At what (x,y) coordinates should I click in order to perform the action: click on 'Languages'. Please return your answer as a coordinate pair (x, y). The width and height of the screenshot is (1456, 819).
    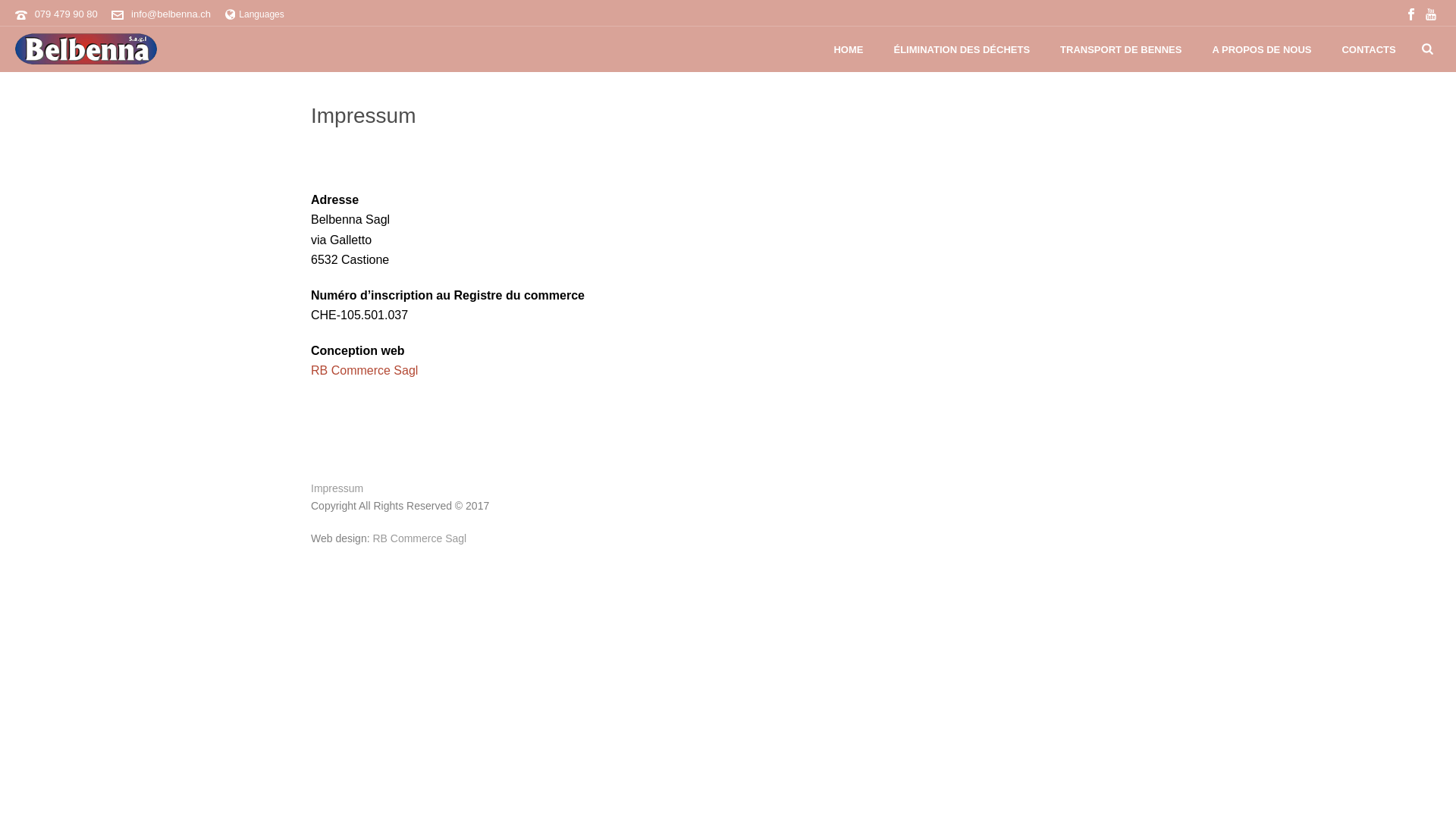
    Looking at the image, I should click on (255, 14).